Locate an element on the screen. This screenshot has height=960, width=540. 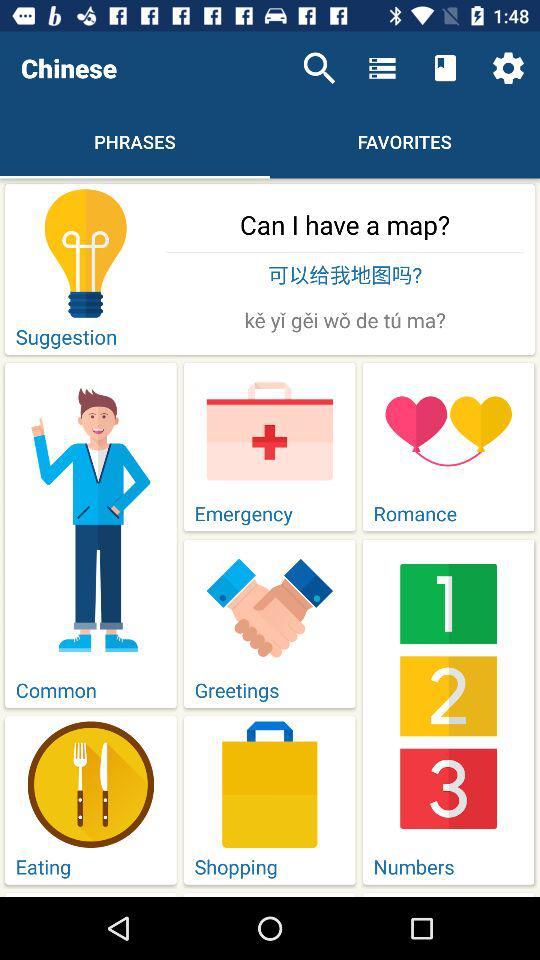
icon above can i have icon is located at coordinates (319, 68).